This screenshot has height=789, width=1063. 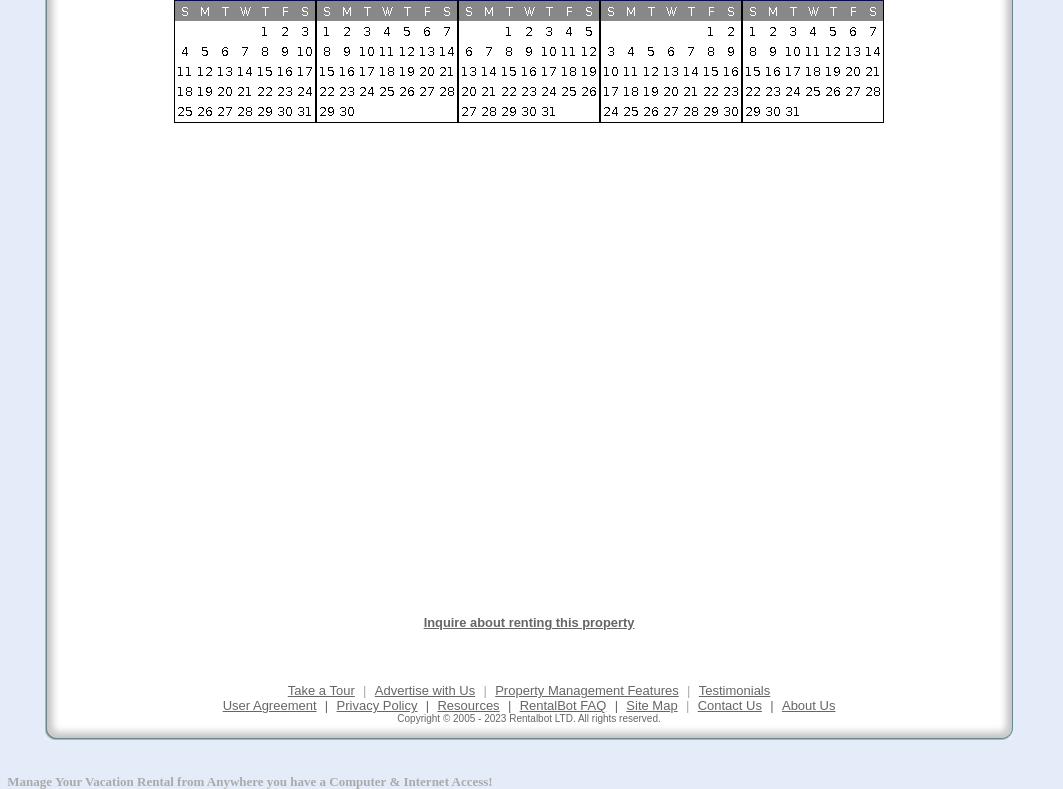 I want to click on 'Contact Us', so click(x=696, y=704).